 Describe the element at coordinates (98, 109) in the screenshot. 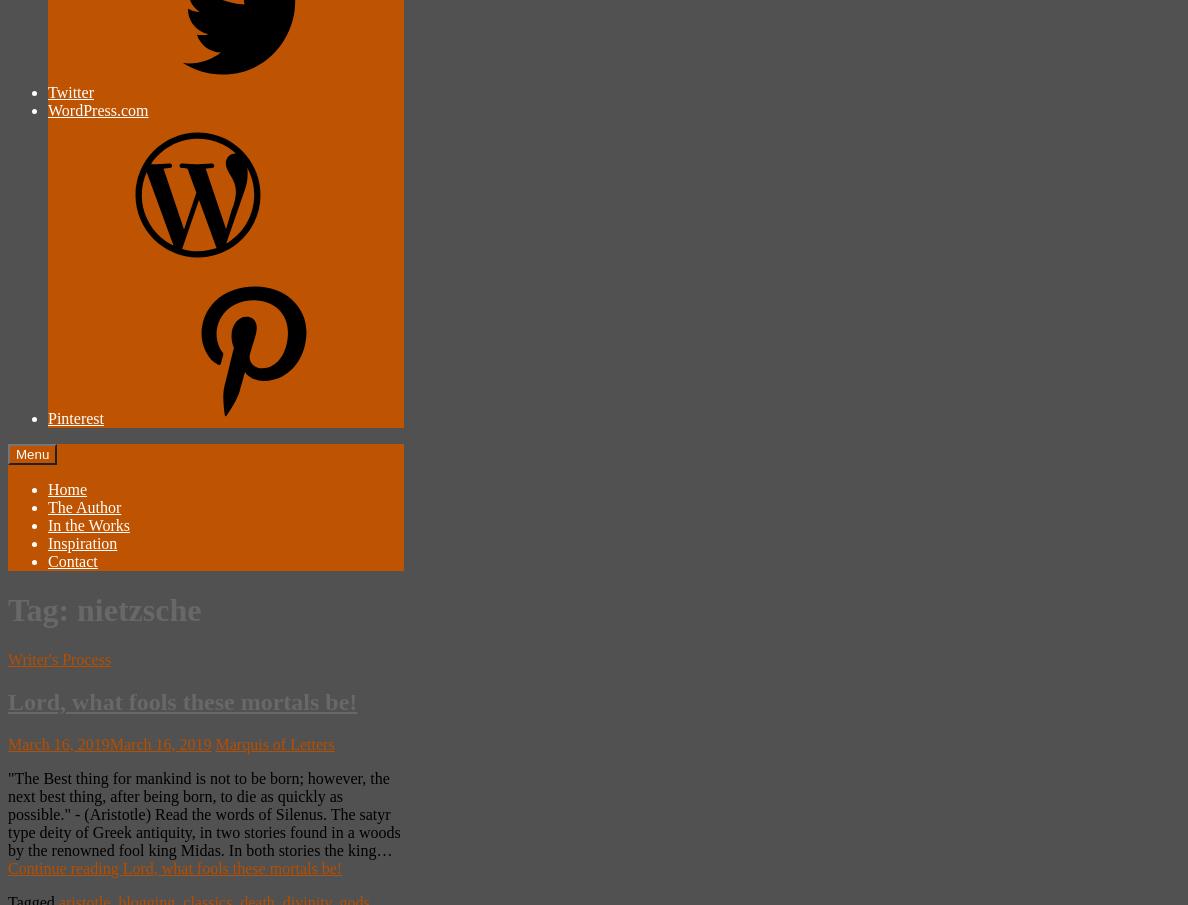

I see `'WordPress.com'` at that location.